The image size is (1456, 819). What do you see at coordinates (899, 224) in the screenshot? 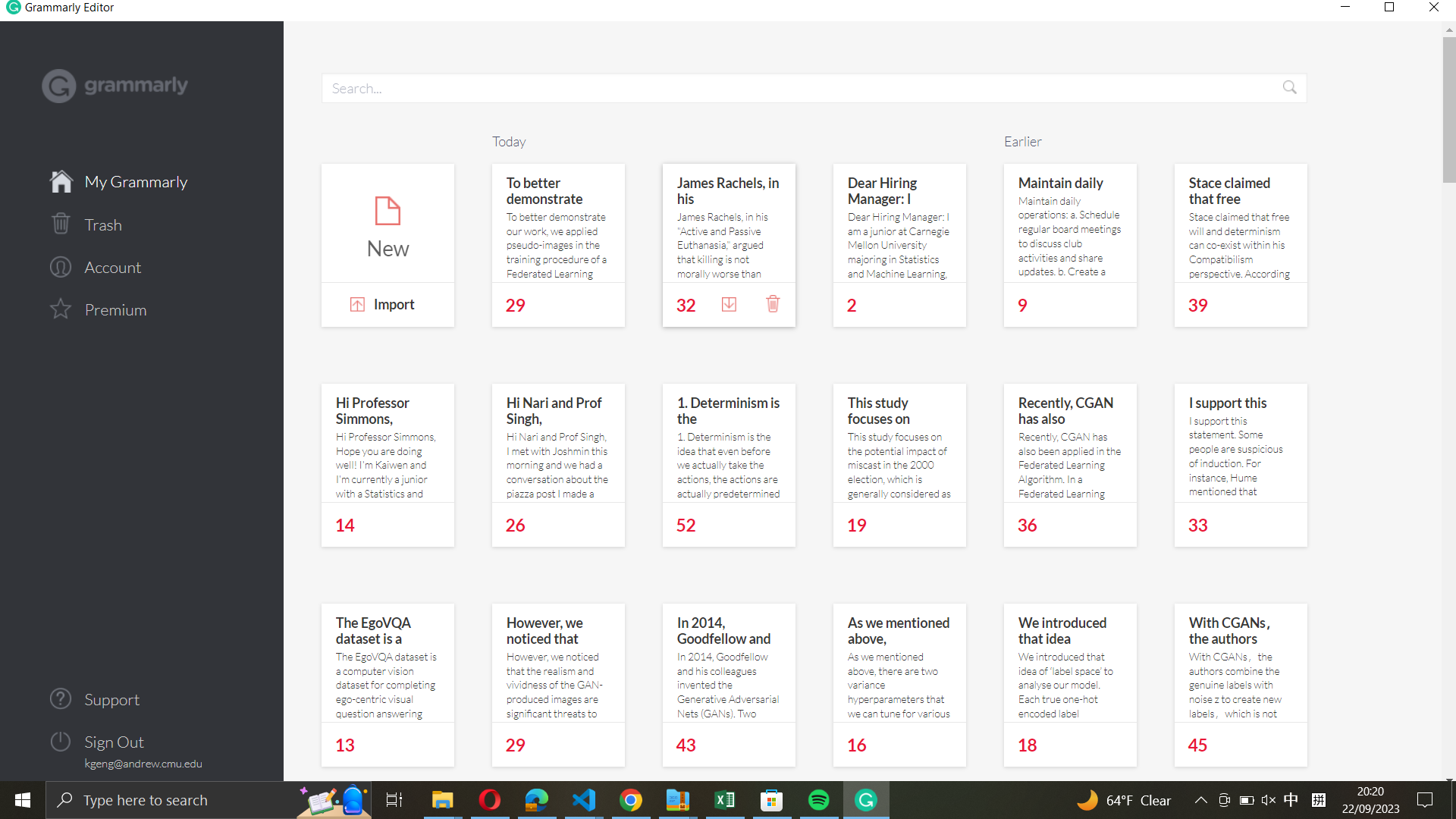
I see `the note related to the hiring manager` at bounding box center [899, 224].